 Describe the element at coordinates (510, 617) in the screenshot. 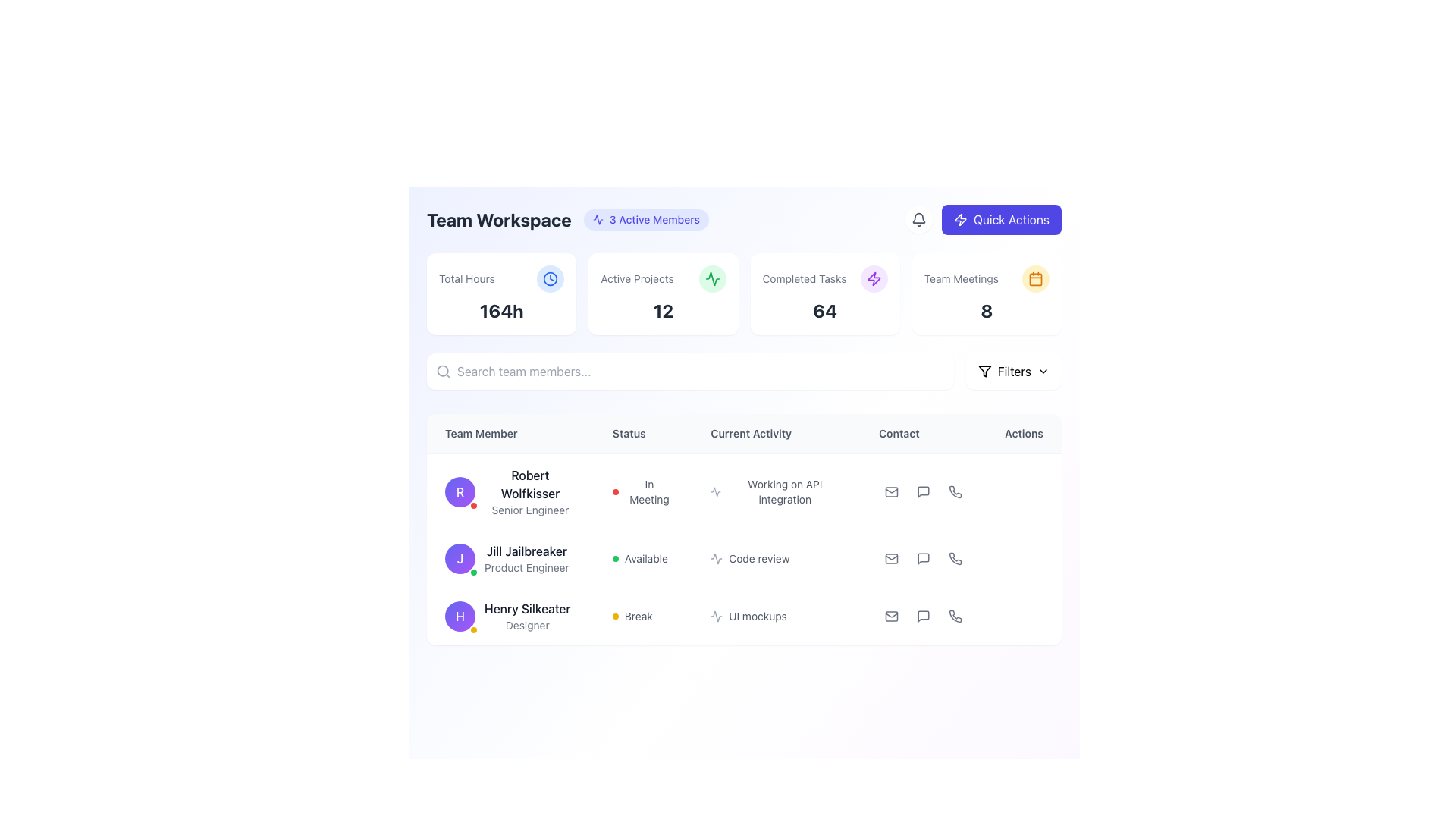

I see `the Profile Display Item that presents the information of the team member located in the third row of the team members table under the 'Team Member' header` at that location.